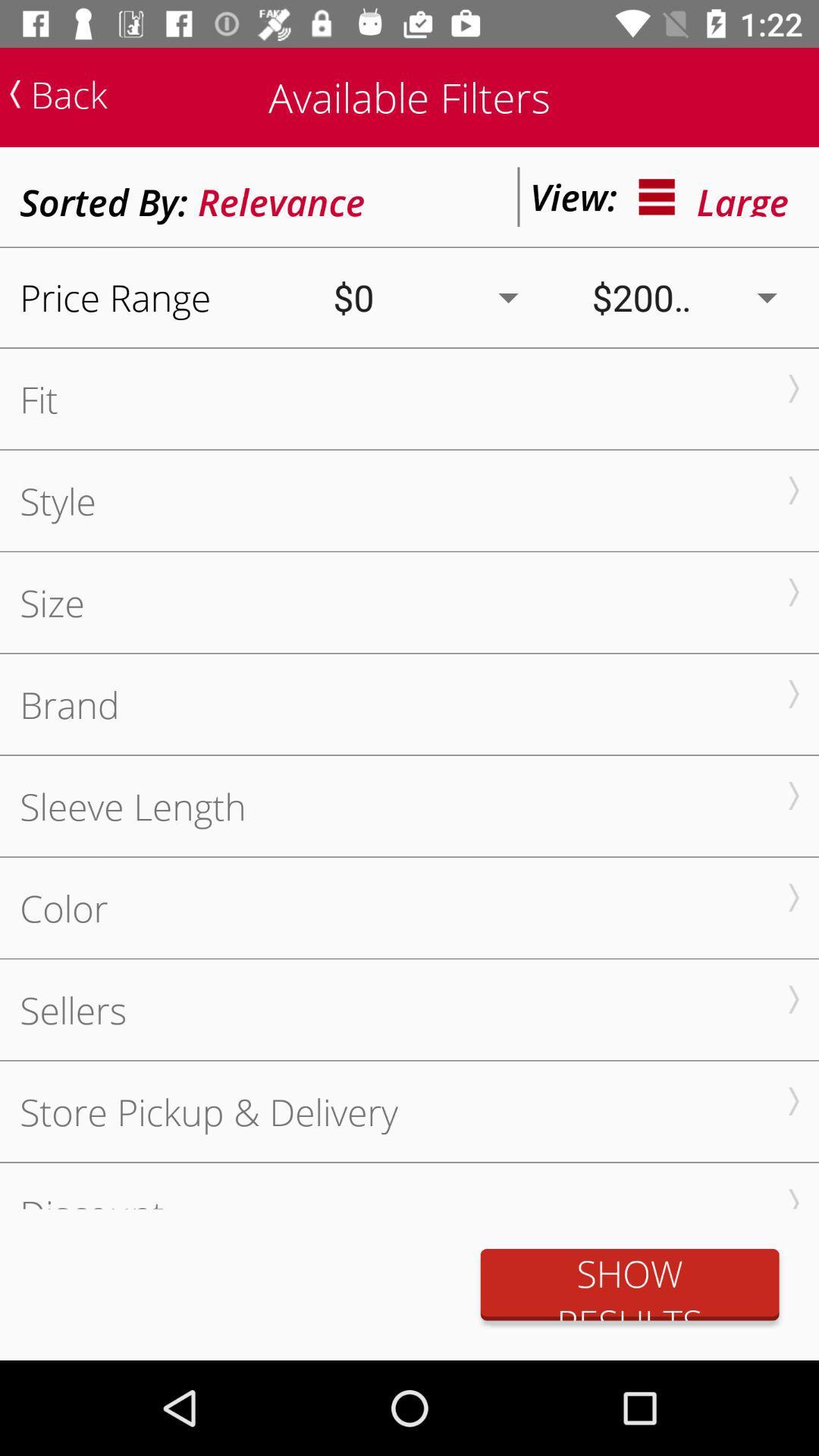  What do you see at coordinates (281, 196) in the screenshot?
I see `relevance item` at bounding box center [281, 196].